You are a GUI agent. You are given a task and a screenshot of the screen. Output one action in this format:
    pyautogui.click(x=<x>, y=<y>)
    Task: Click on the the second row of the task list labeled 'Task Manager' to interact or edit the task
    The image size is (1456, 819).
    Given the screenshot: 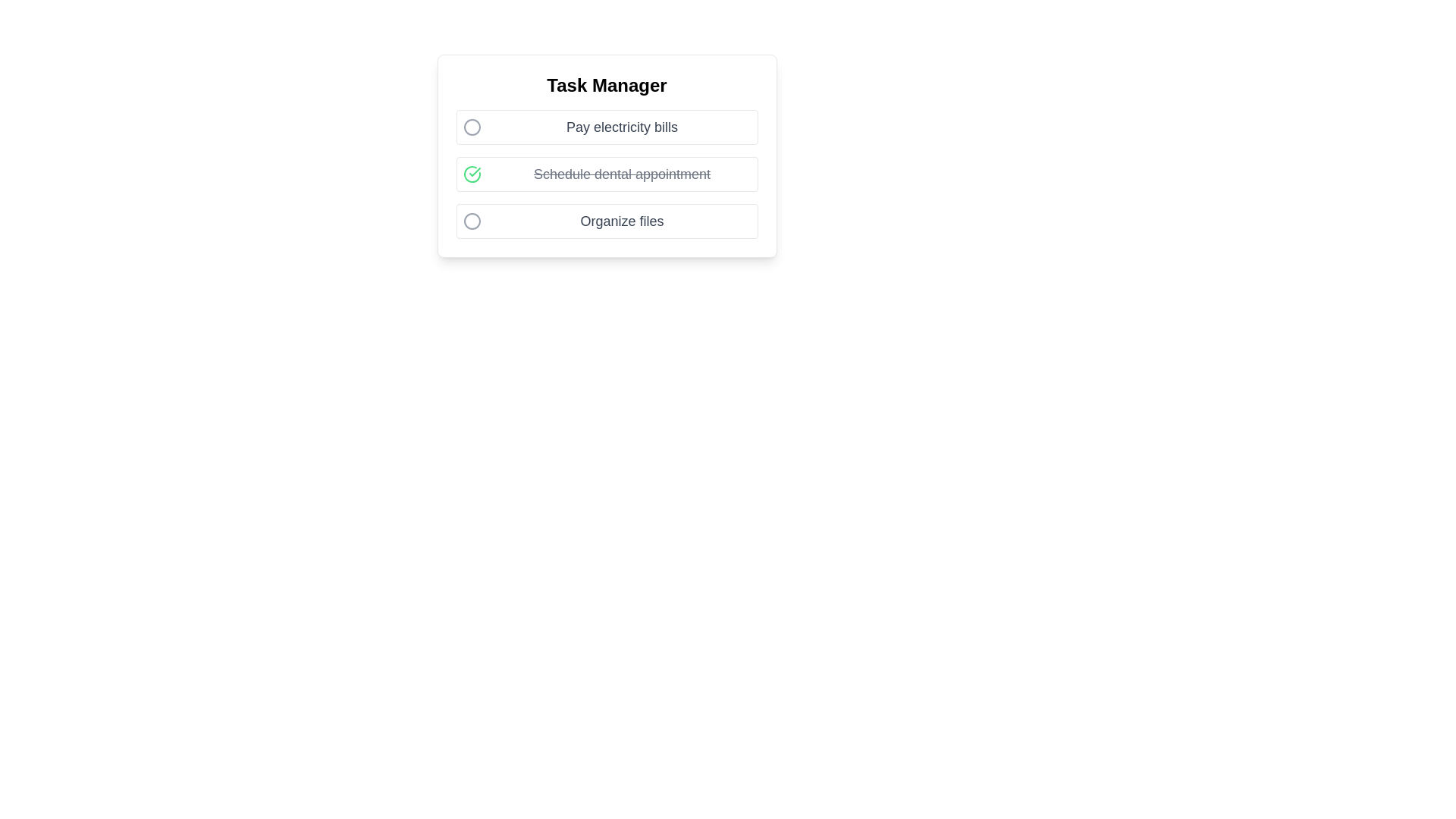 What is the action you would take?
    pyautogui.click(x=607, y=155)
    